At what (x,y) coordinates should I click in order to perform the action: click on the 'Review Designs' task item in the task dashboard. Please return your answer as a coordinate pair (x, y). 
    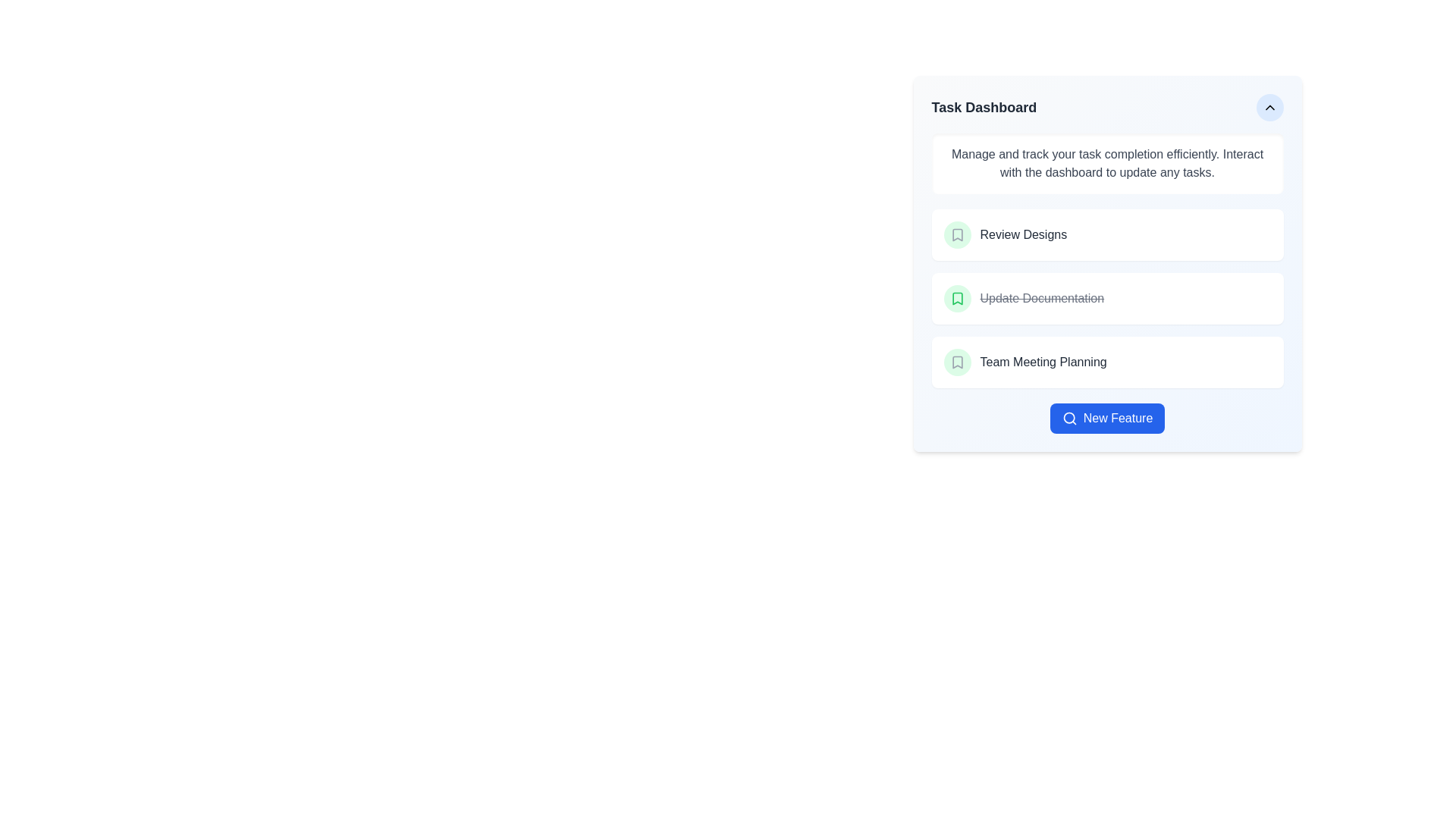
    Looking at the image, I should click on (1107, 234).